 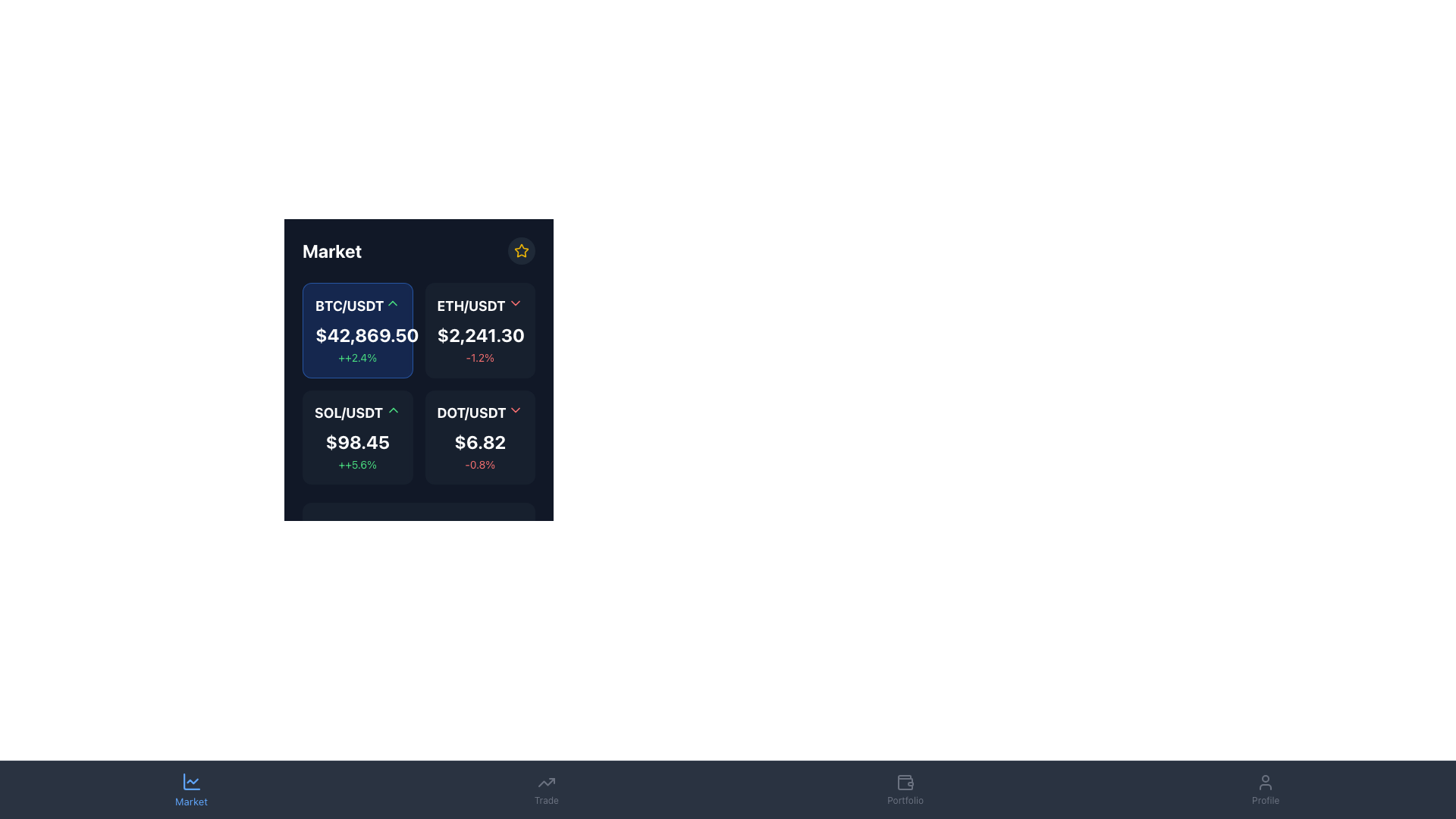 I want to click on the textual label indicating the 'Profile' section located at the bottom center of the interface, below the user icon in the navigation bar, so click(x=1266, y=800).